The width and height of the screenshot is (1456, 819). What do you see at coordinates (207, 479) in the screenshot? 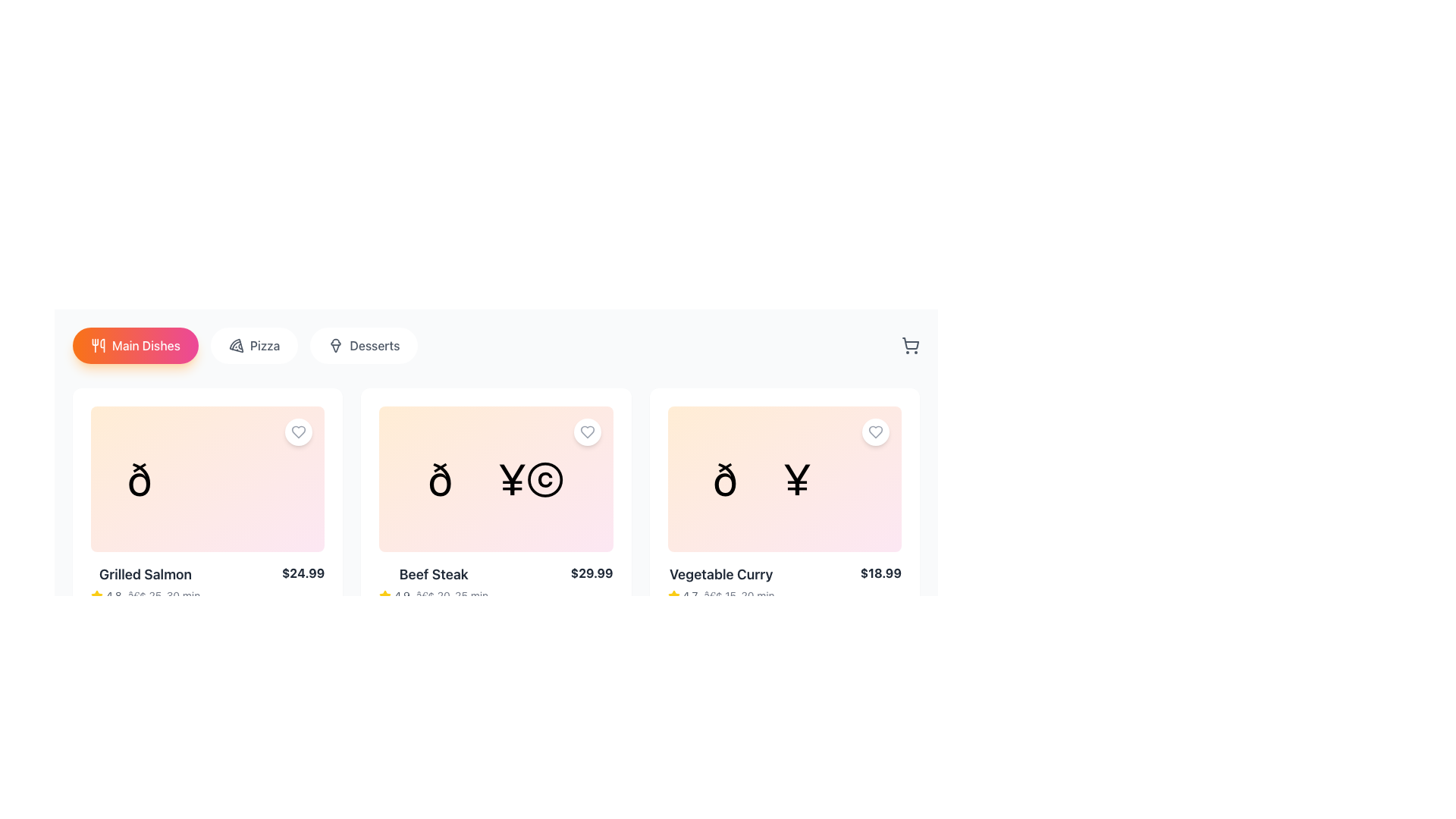
I see `the prominently displayed animal face symbol in bold black font, which is centered within a gradient background of soft orange and pink hues, located in the top-central area of the leftmost card corresponding to 'Grilled Salmon'` at bounding box center [207, 479].